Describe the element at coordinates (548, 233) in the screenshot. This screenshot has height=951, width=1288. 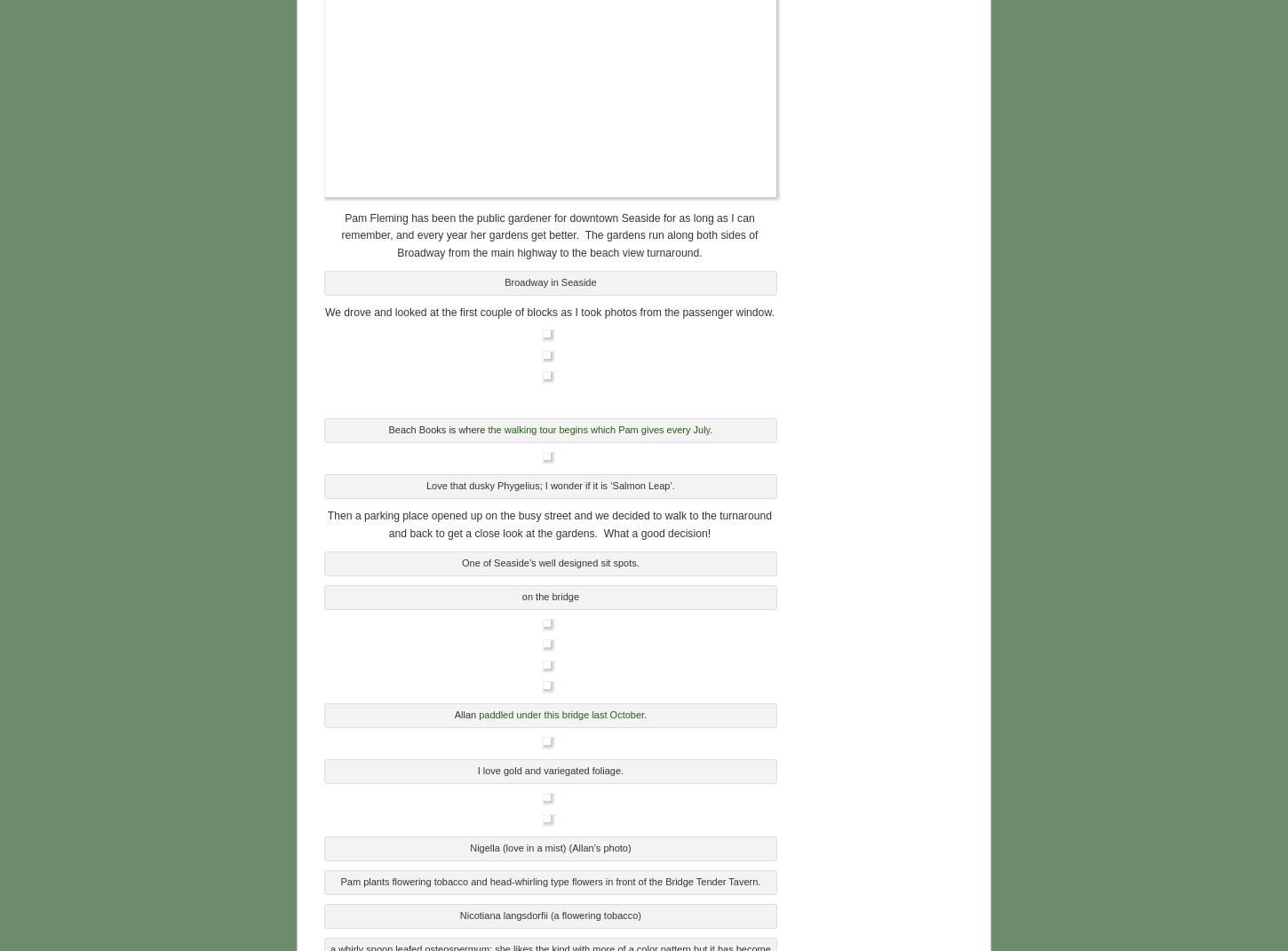
I see `'Pam Fleming has been the public gardener for downtown Seaside for as long as I can remember, and every year her gardens get better.  The gardens run along both sides of Broadway from the main highway to the beach view turnaround.'` at that location.